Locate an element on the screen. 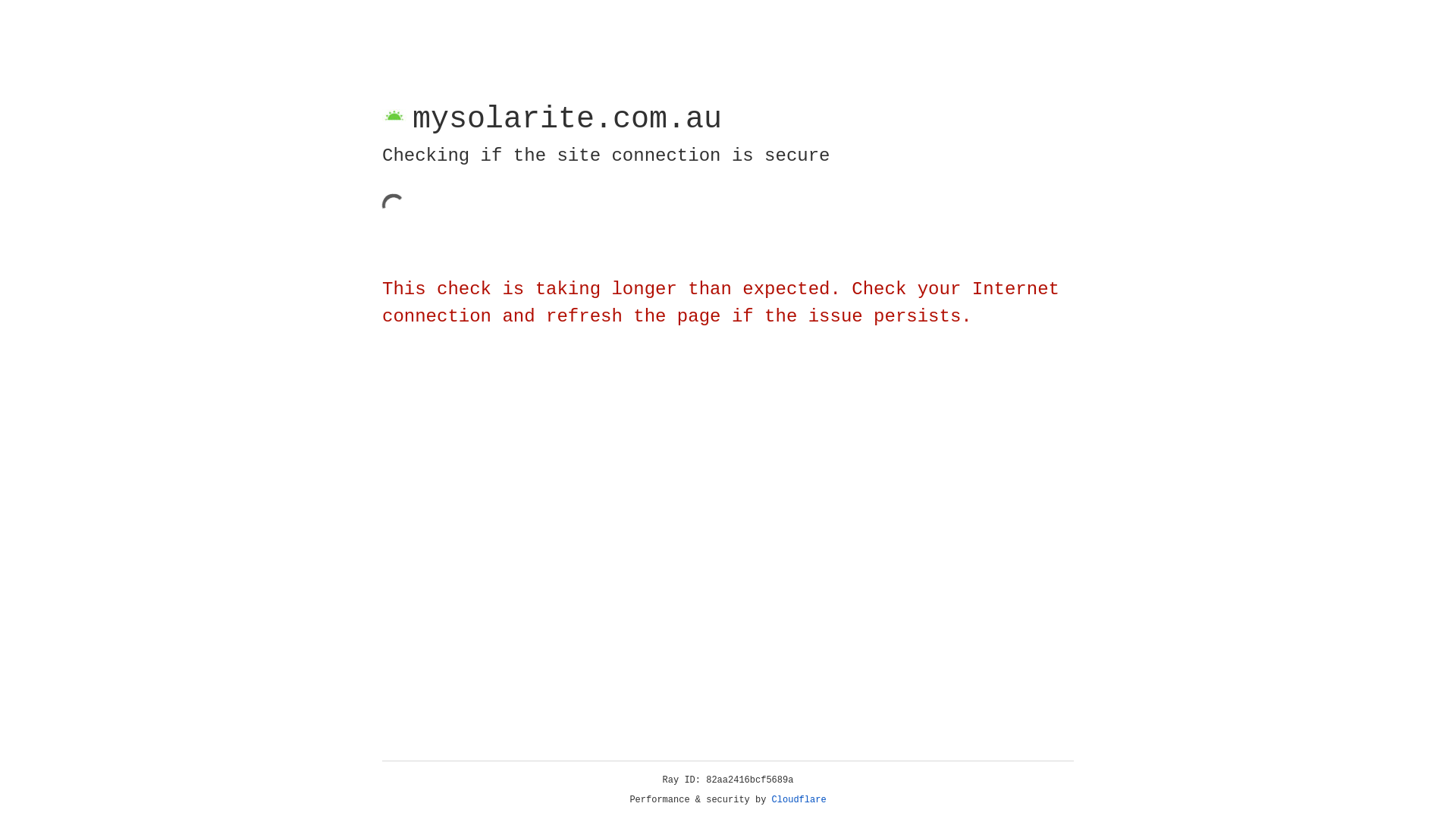 The width and height of the screenshot is (1456, 819). 'Cloudflare' is located at coordinates (799, 799).